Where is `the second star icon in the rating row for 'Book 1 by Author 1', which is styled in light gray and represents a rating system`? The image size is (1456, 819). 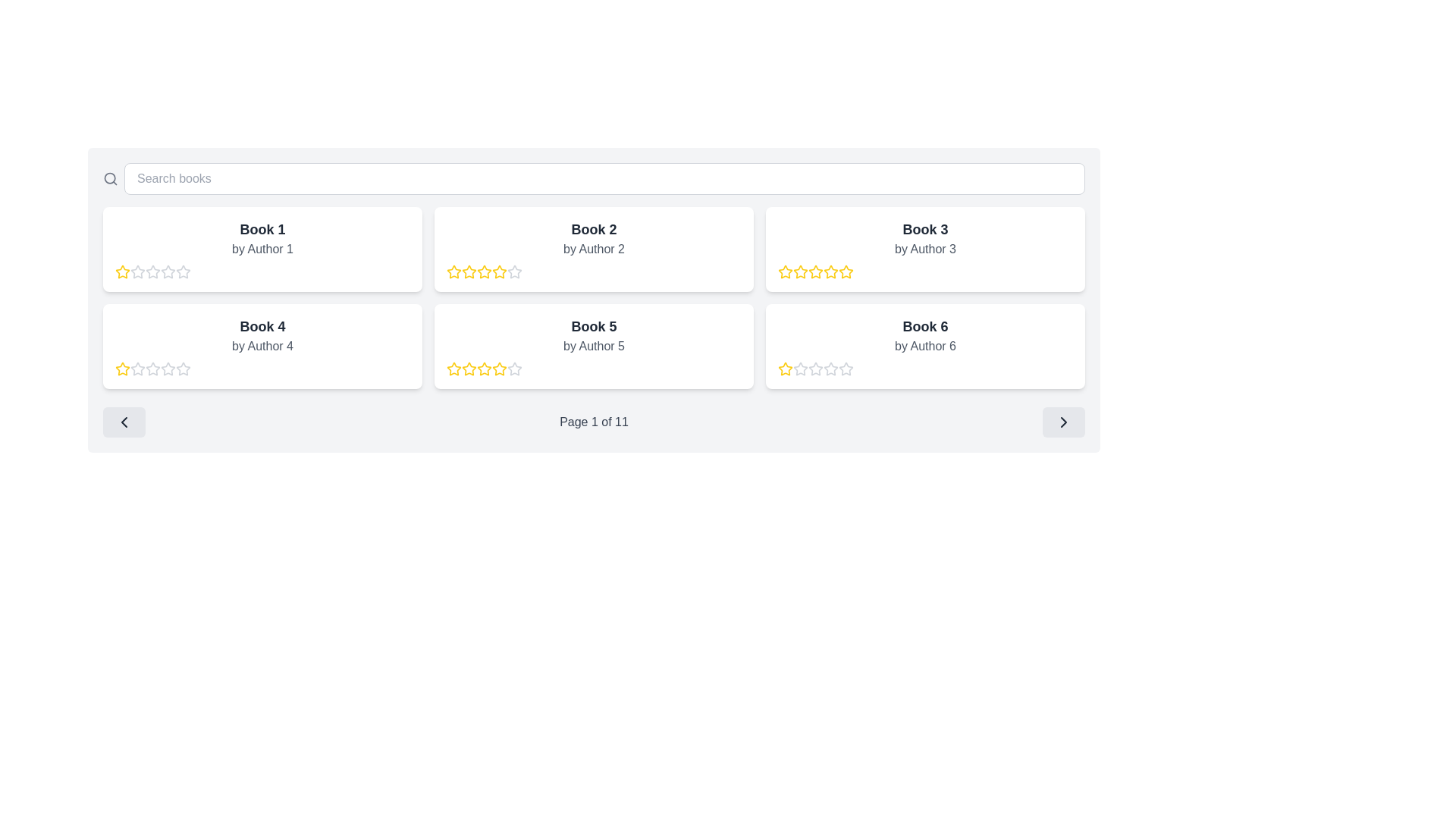 the second star icon in the rating row for 'Book 1 by Author 1', which is styled in light gray and represents a rating system is located at coordinates (168, 271).